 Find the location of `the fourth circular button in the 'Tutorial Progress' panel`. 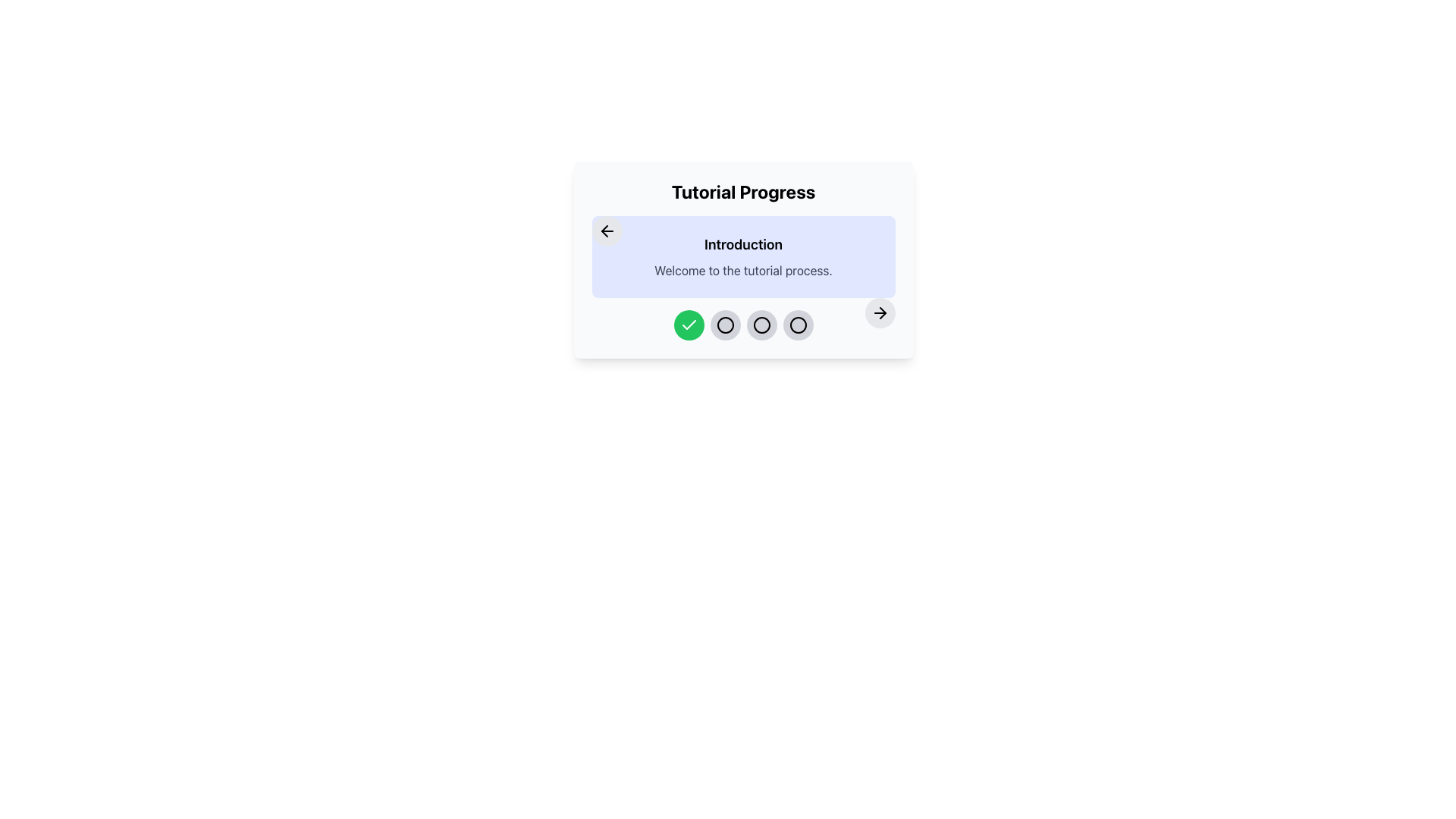

the fourth circular button in the 'Tutorial Progress' panel is located at coordinates (797, 324).